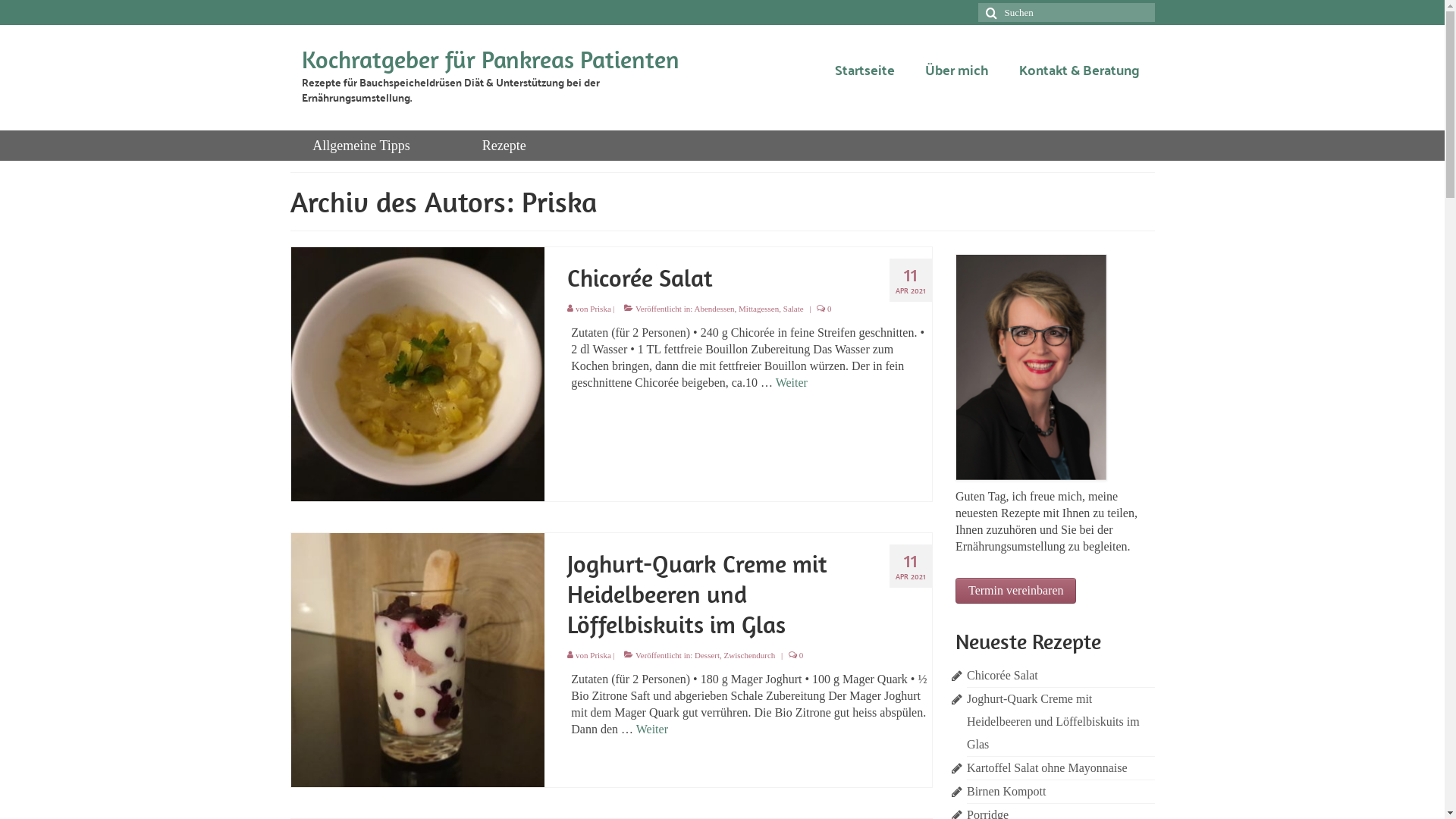 Image resolution: width=1456 pixels, height=819 pixels. I want to click on 'Salate', so click(792, 308).